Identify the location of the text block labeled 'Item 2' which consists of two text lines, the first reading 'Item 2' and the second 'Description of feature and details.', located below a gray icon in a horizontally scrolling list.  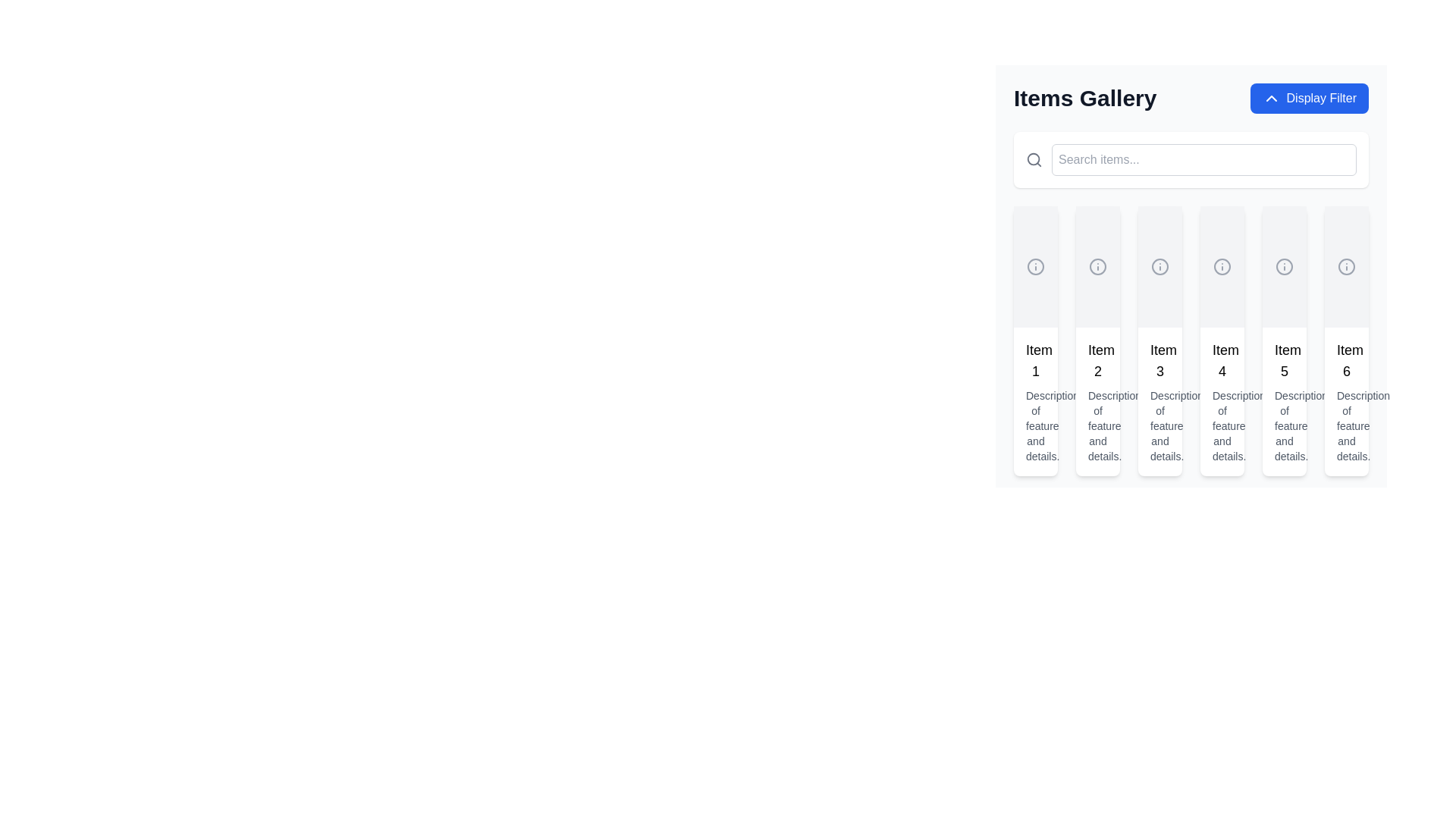
(1098, 400).